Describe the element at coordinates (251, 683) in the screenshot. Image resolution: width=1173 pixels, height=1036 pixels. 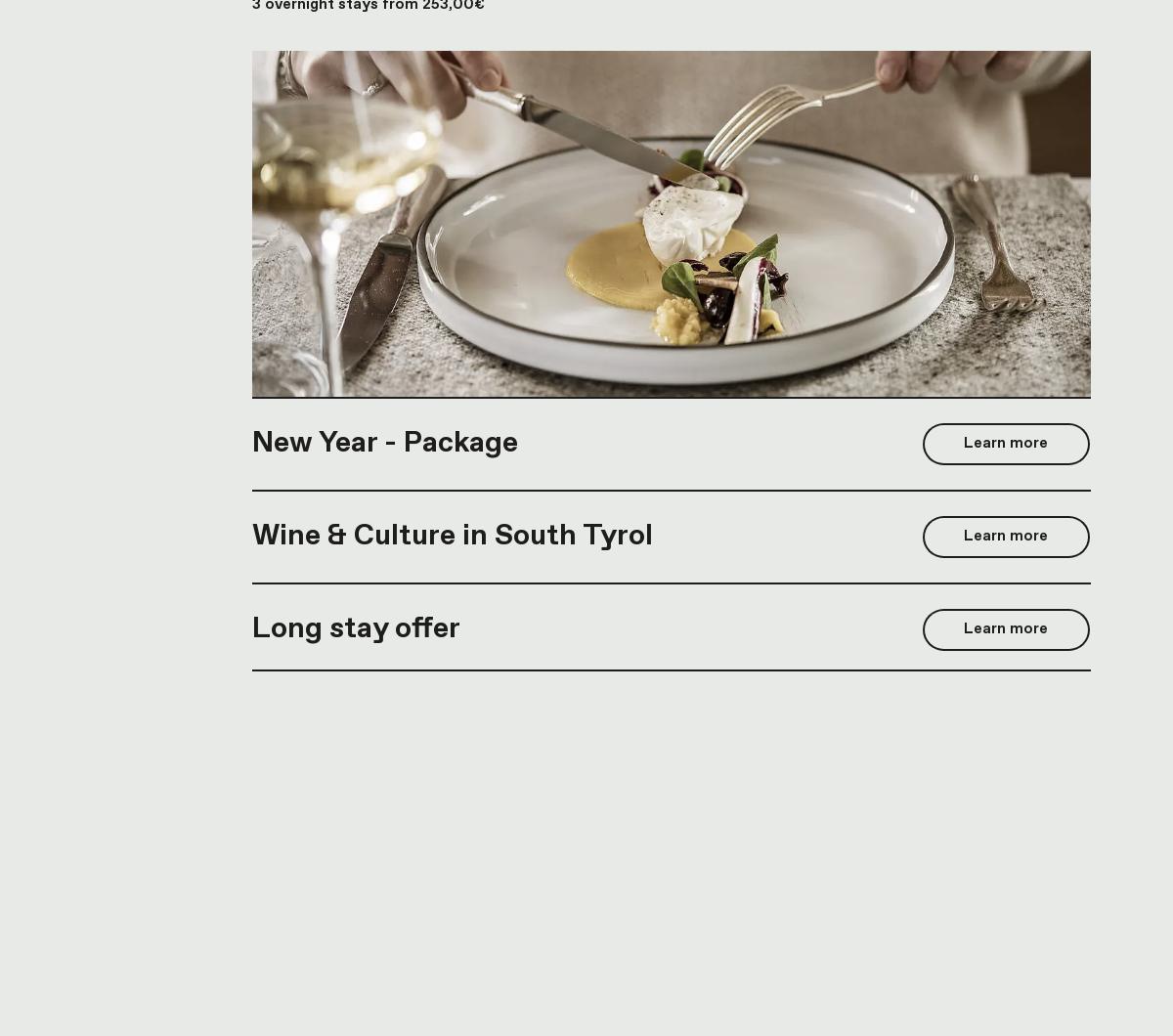
I see `'28.08.2023 - 24.12.2023'` at that location.